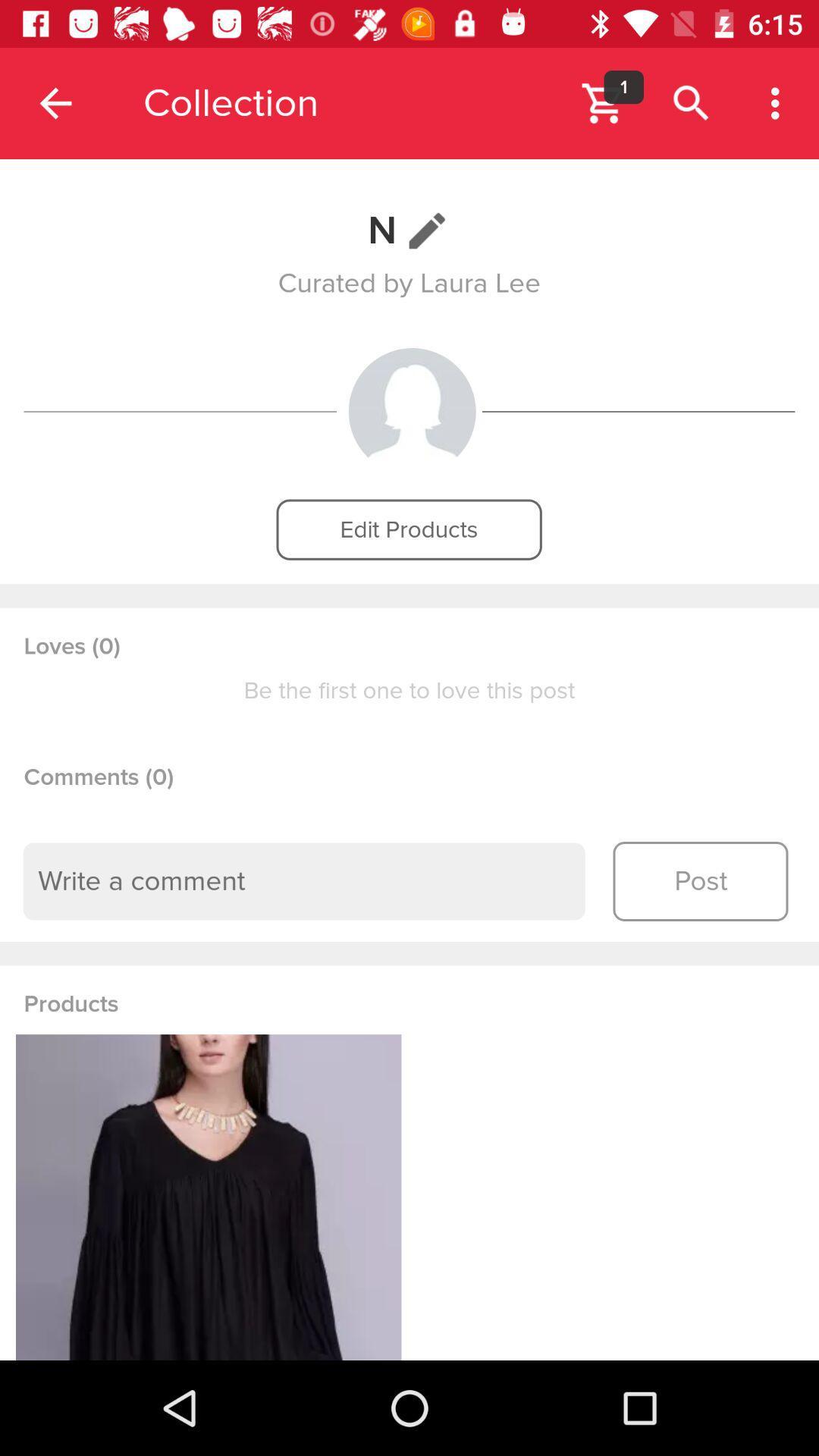 The height and width of the screenshot is (1456, 819). Describe the element at coordinates (623, 86) in the screenshot. I see `the icon to the right of the collection item` at that location.